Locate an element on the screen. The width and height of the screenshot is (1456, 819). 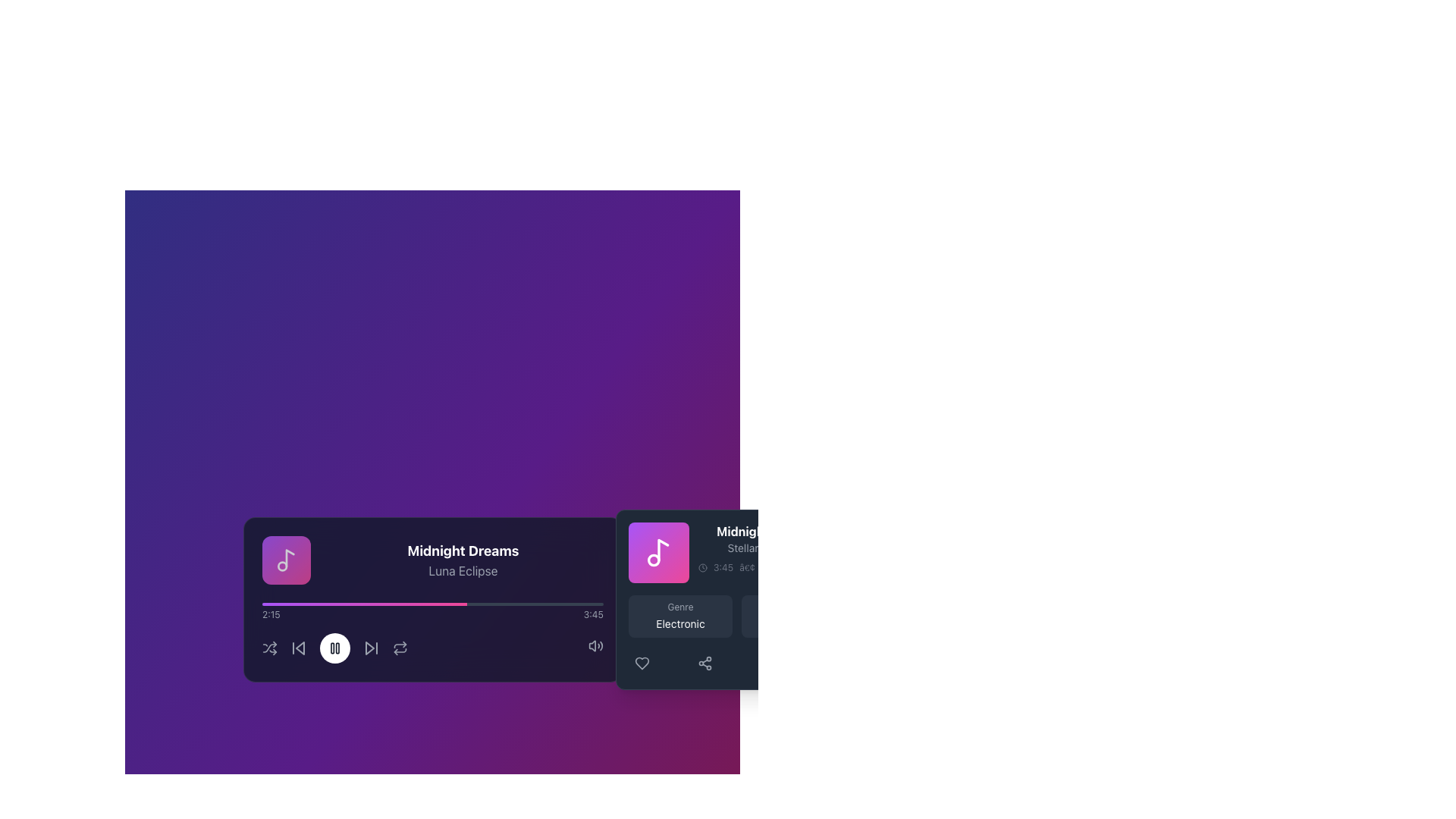
the square-shaped visual icon with a gradient background transitioning from purple to pink and a white music note symbol in the center, located at the far-left side of the music player interface, to identify the track is located at coordinates (286, 560).